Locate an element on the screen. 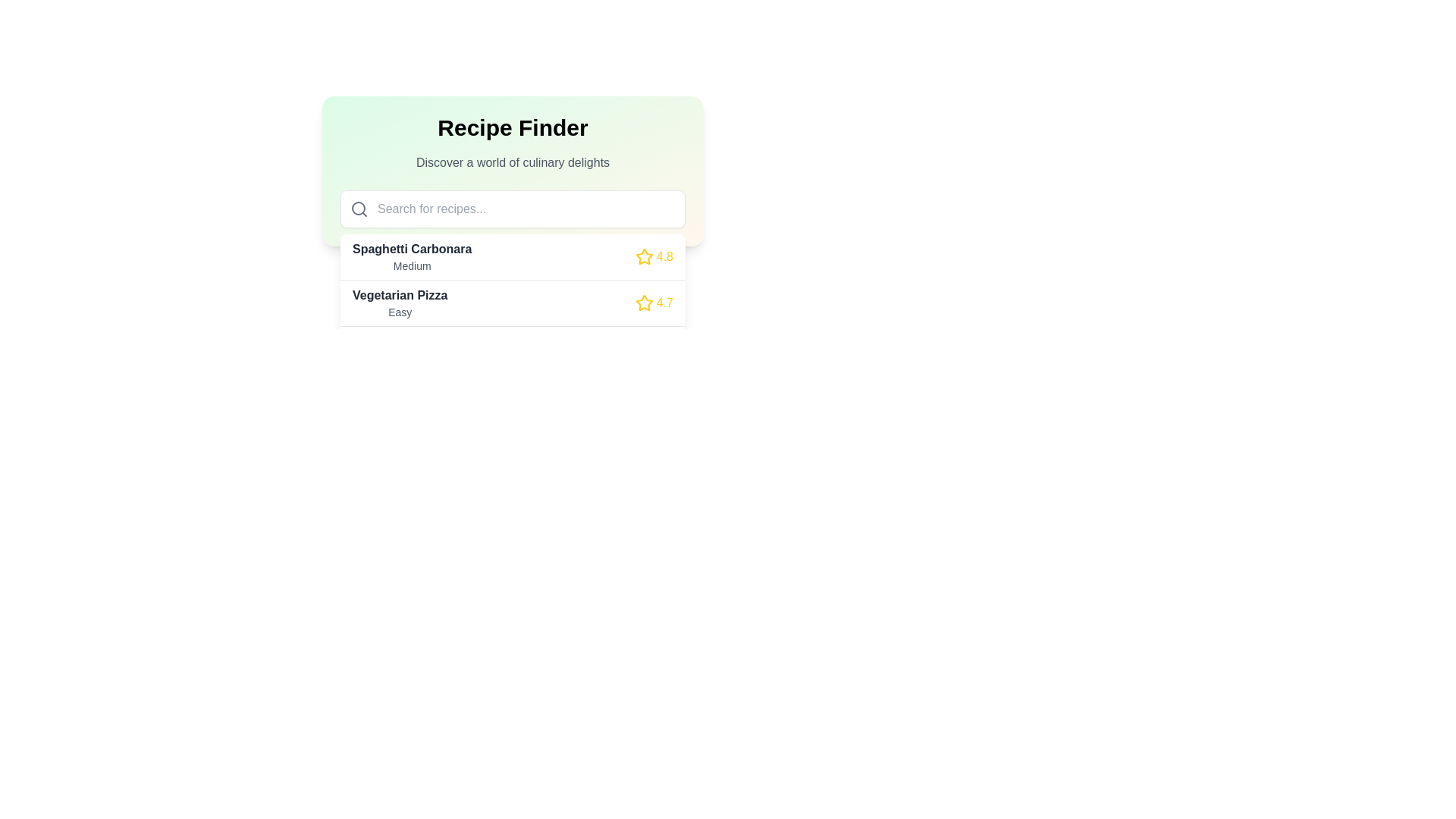 The image size is (1456, 819). the centered text component displaying 'Discover a world of culinary delights', which is positioned beneath the 'Recipe Finder' title and above the search bar is located at coordinates (513, 163).